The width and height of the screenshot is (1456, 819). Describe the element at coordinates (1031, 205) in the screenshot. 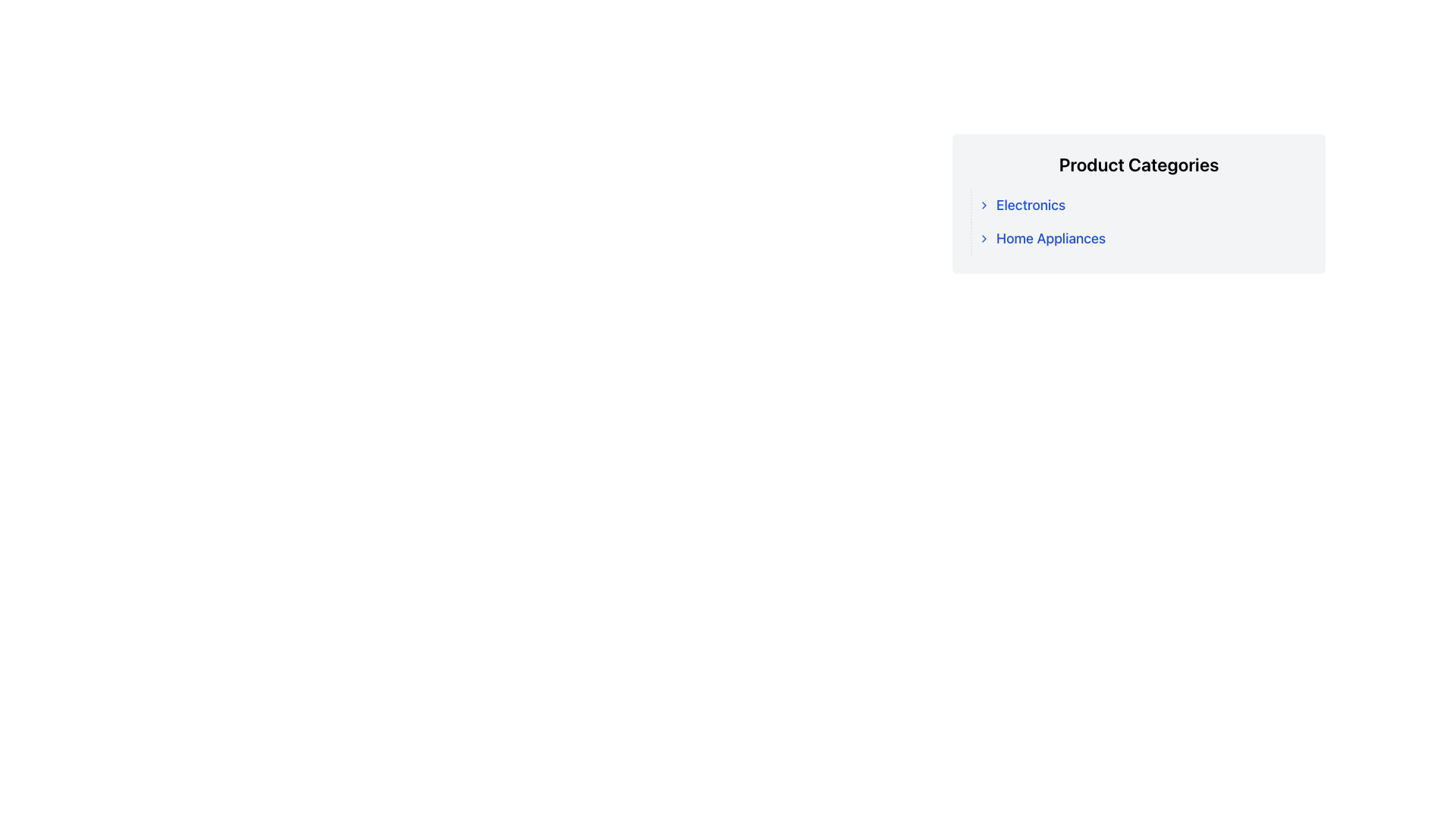

I see `the text element displaying the word 'Electronics', which is styled in bold blue font and is the first text entry in the category section` at that location.